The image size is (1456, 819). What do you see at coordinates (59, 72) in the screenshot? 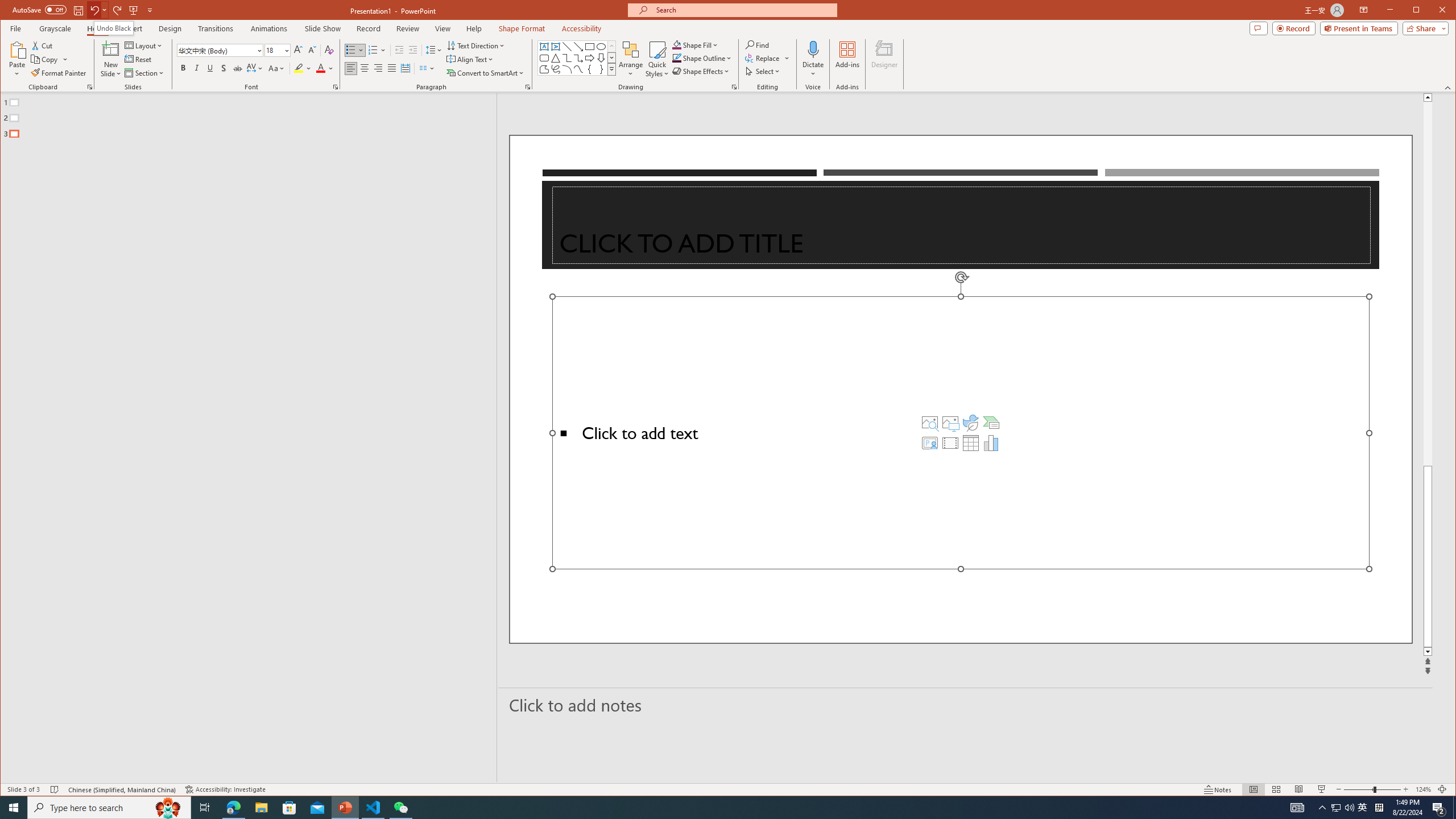
I see `'Format Painter'` at bounding box center [59, 72].